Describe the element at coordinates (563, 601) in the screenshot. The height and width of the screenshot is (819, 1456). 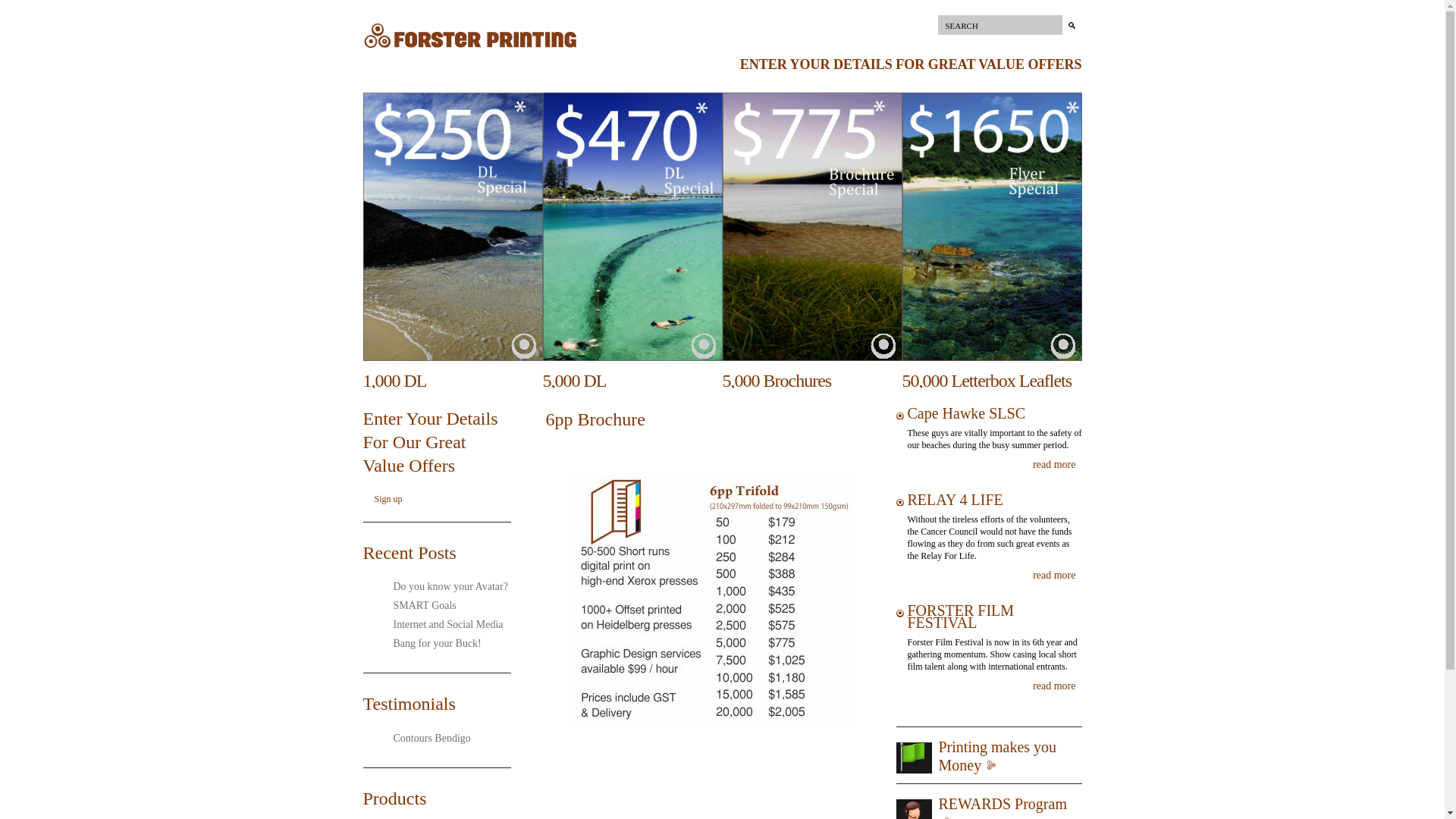
I see `'6pp A4 to DL double sided prices'` at that location.